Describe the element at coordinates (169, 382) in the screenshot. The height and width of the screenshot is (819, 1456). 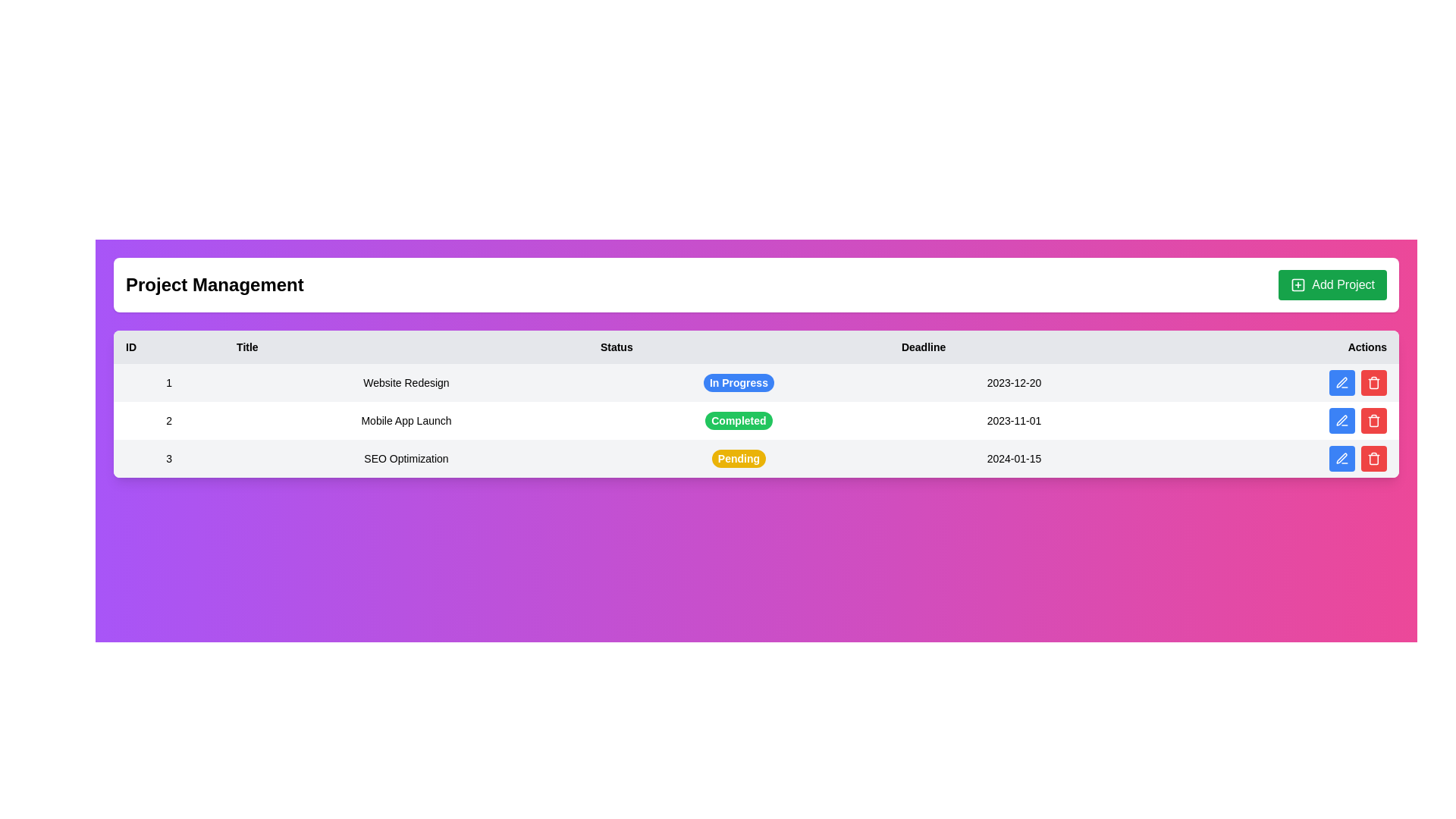
I see `text label that serves as an identifier or serial number in the first row and first column of the table, located under the 'ID' header, adjacent to 'Website Redesign'` at that location.